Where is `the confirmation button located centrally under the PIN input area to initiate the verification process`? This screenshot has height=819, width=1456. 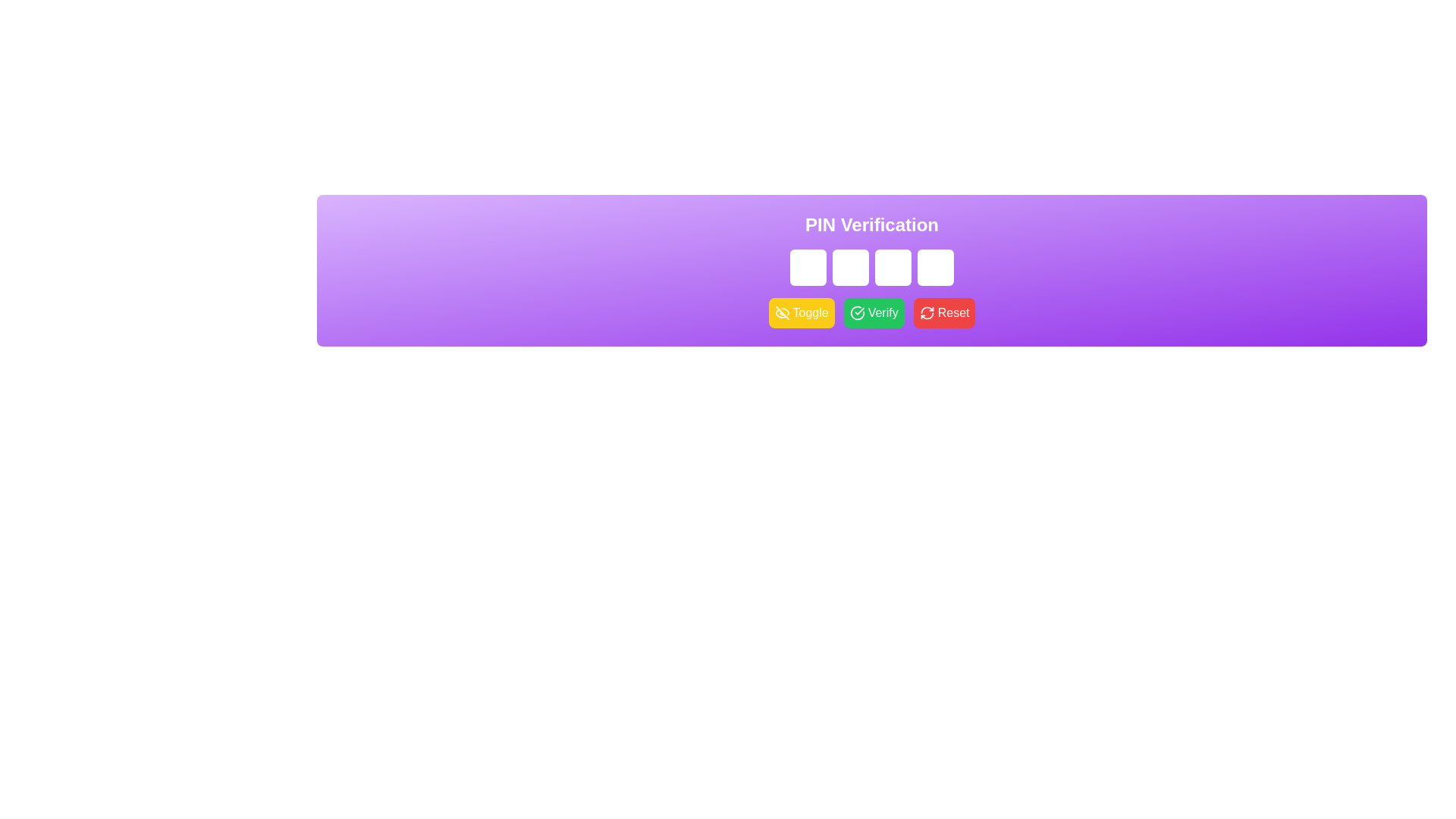
the confirmation button located centrally under the PIN input area to initiate the verification process is located at coordinates (872, 312).